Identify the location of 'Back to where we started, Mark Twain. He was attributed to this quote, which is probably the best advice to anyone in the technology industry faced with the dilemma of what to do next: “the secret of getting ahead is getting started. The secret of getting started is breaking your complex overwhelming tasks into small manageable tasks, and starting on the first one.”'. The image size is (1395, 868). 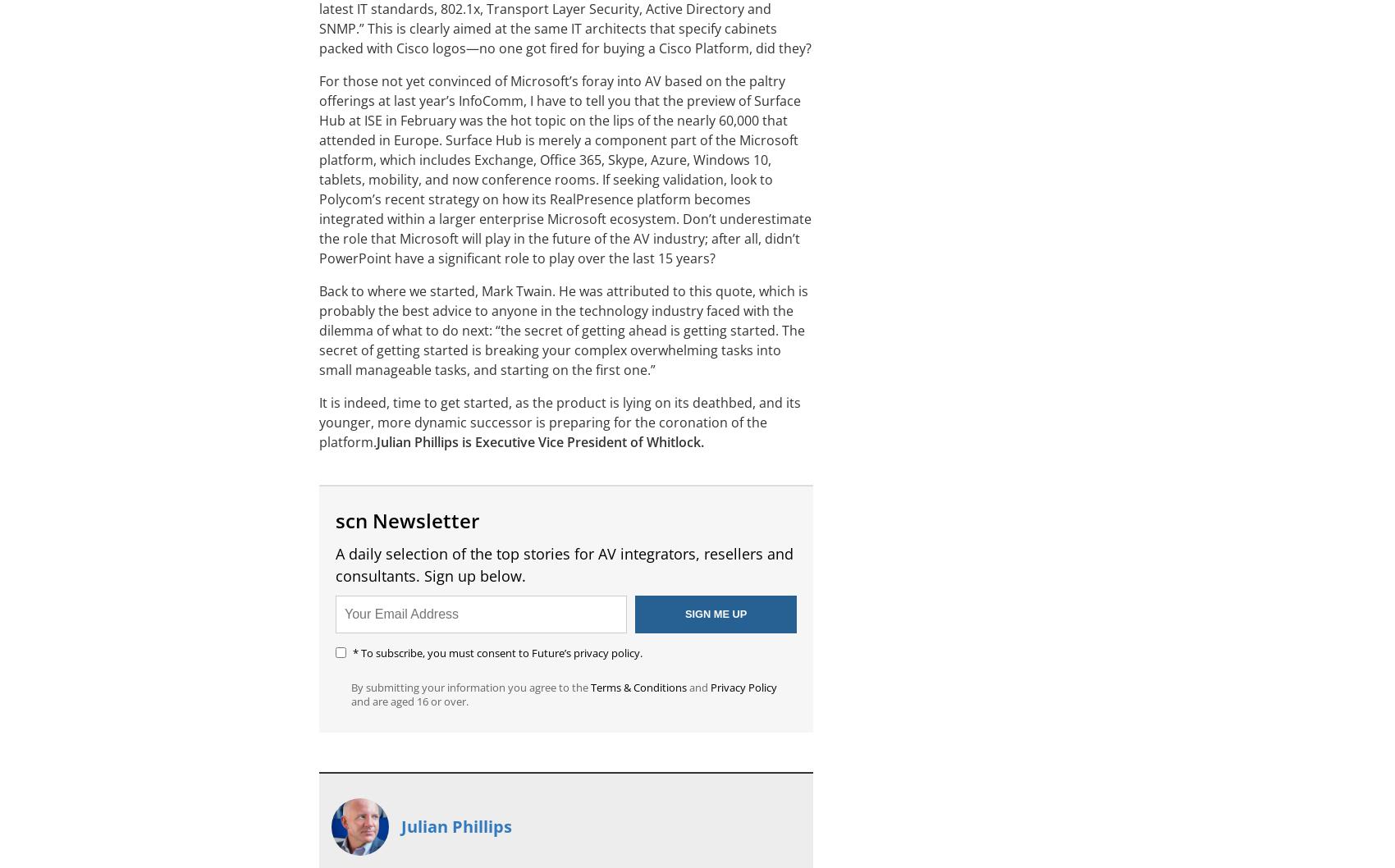
(318, 330).